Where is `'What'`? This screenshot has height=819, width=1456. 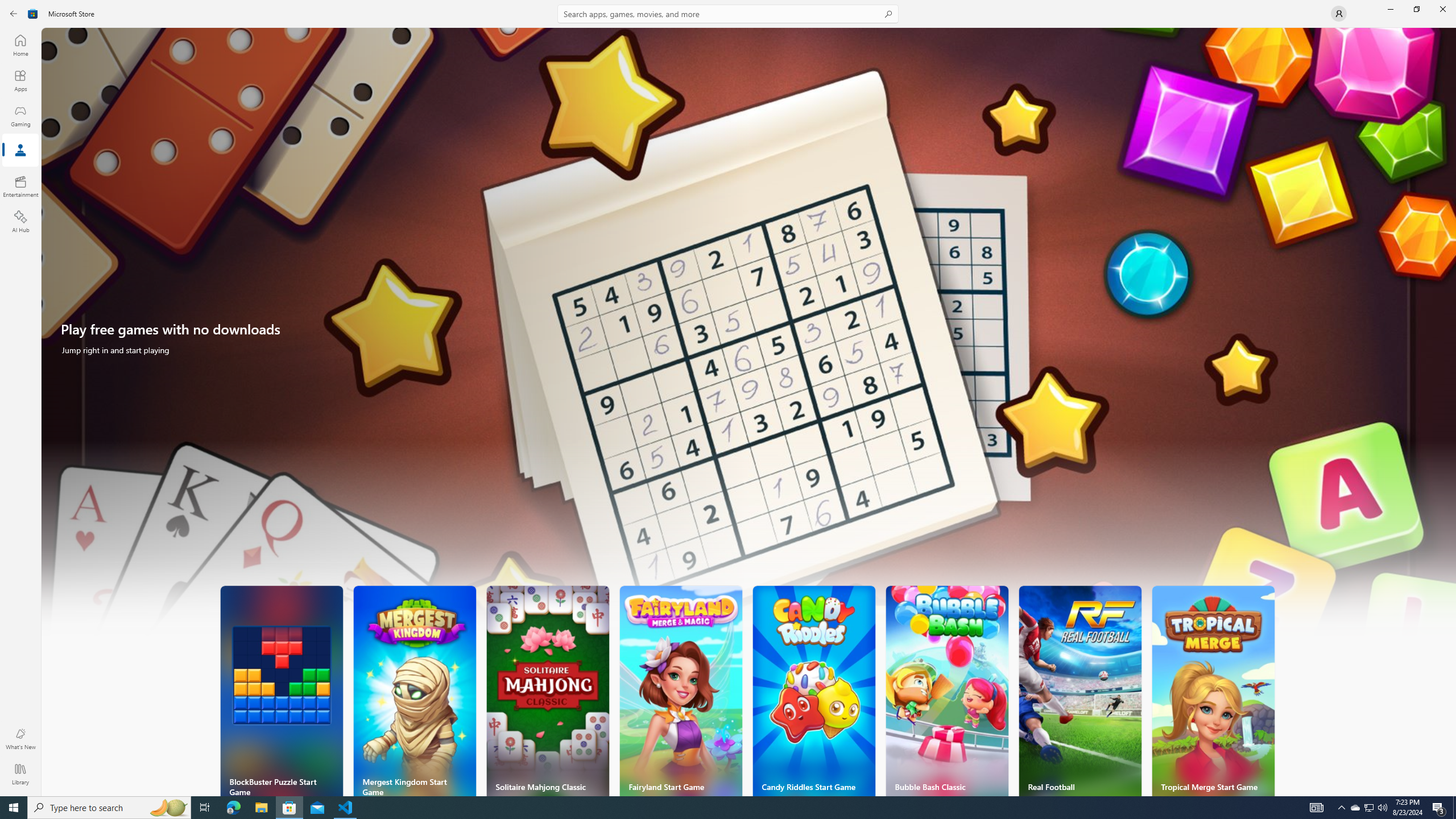
'What' is located at coordinates (19, 738).